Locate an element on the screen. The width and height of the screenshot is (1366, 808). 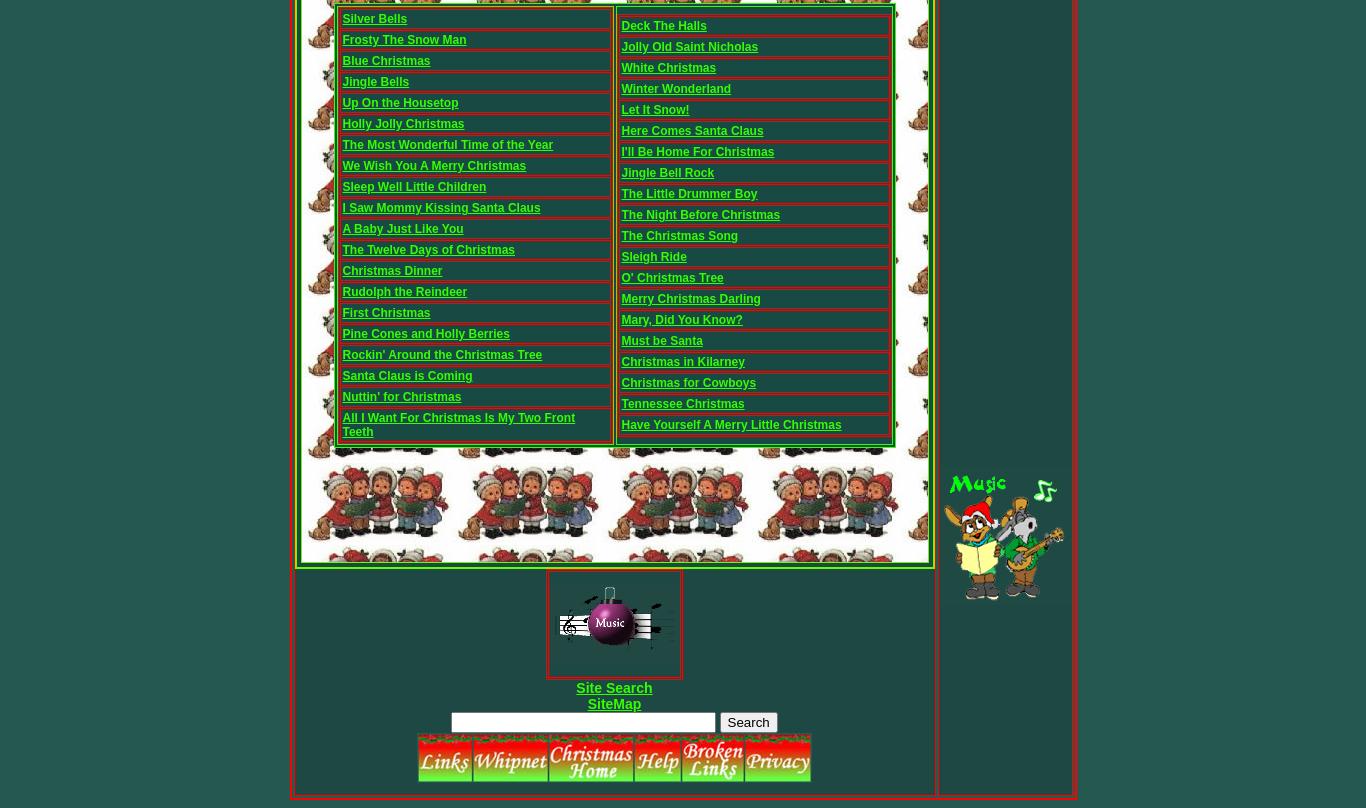
'Blue Christmas' is located at coordinates (385, 61).